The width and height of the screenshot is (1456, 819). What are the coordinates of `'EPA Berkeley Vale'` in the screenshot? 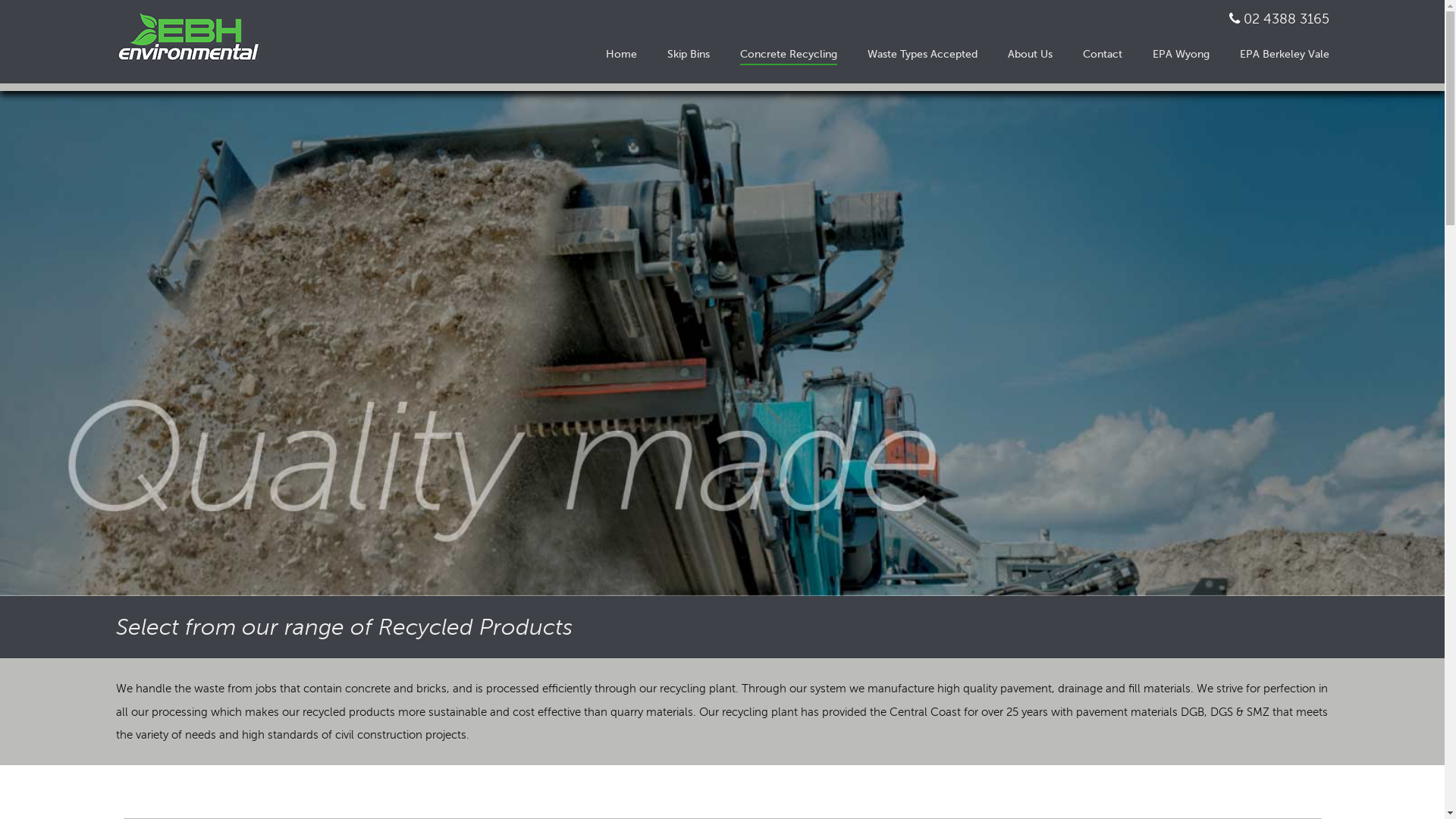 It's located at (1283, 54).